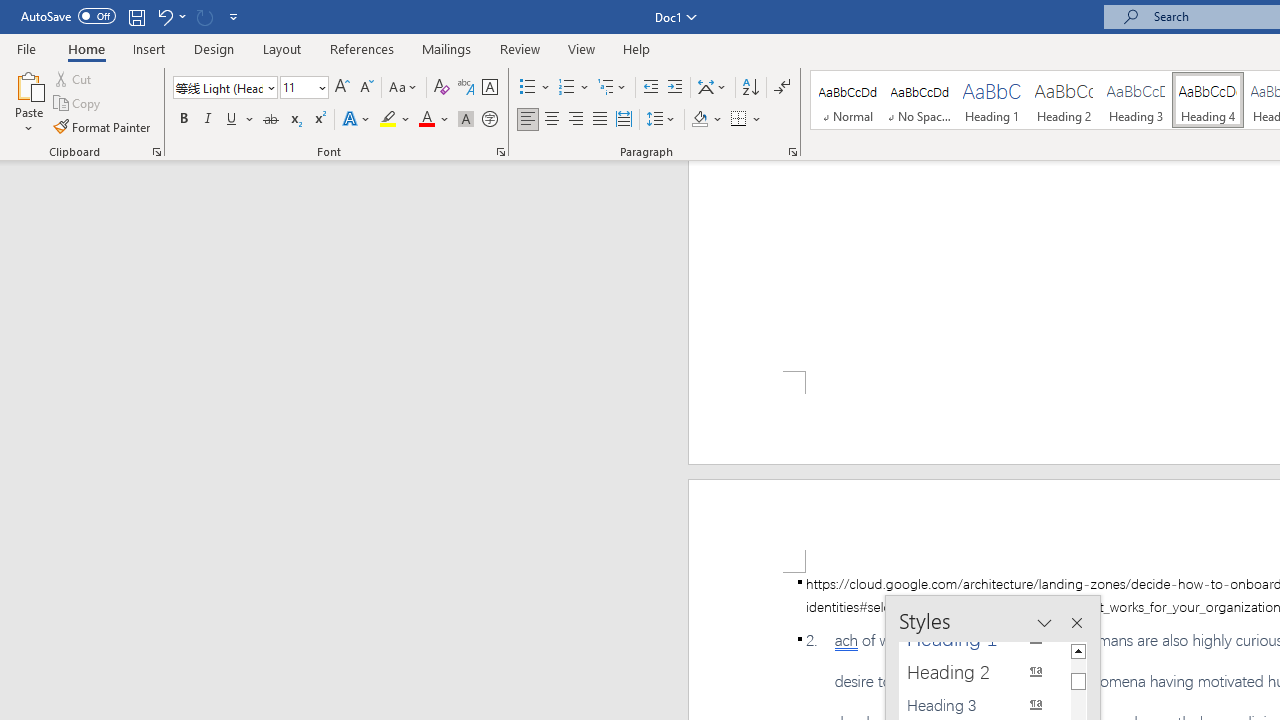 The height and width of the screenshot is (720, 1280). Describe the element at coordinates (612, 86) in the screenshot. I see `'Multilevel List'` at that location.